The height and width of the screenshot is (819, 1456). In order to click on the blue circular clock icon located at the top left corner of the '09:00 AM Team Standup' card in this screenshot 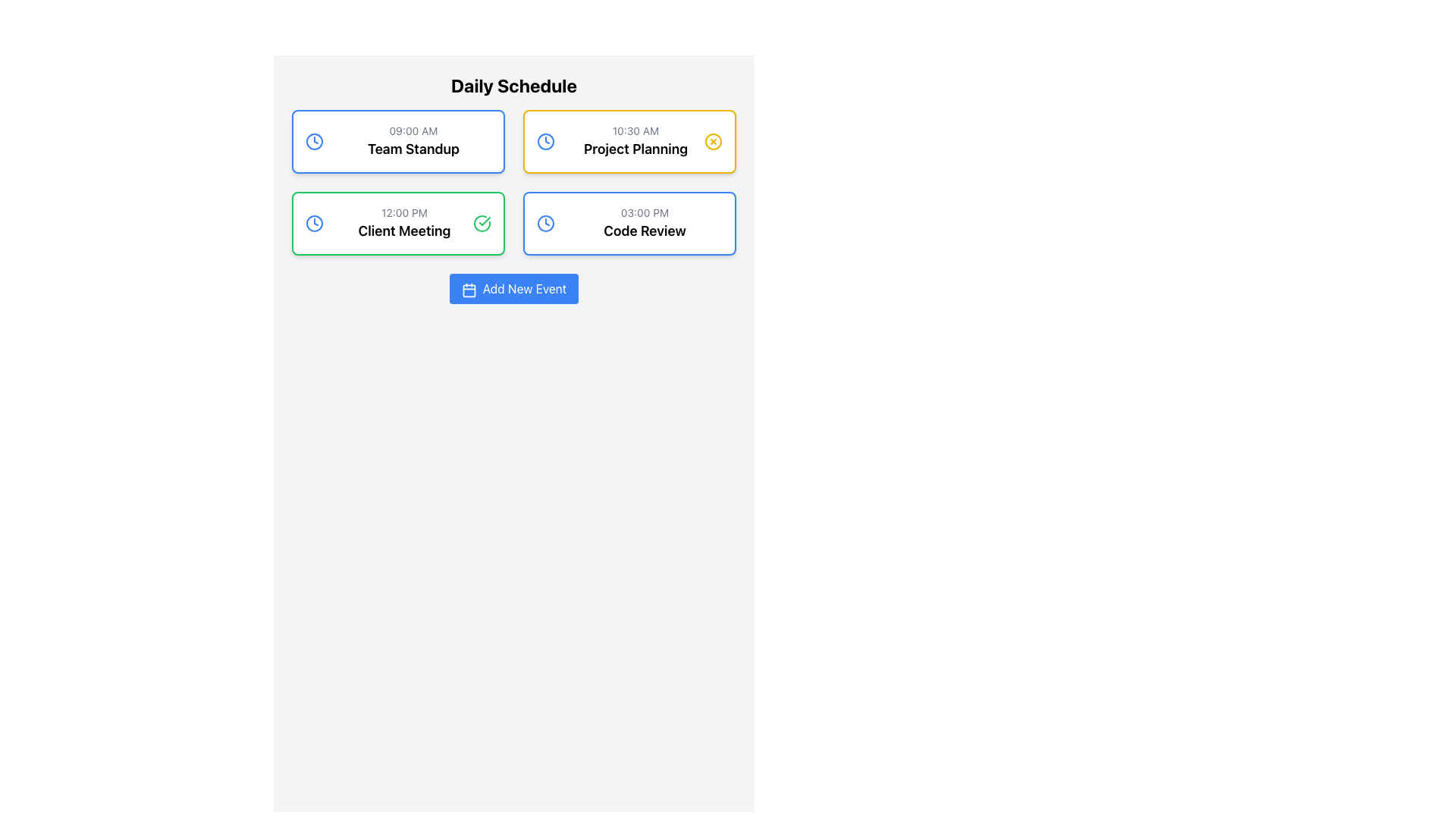, I will do `click(313, 141)`.